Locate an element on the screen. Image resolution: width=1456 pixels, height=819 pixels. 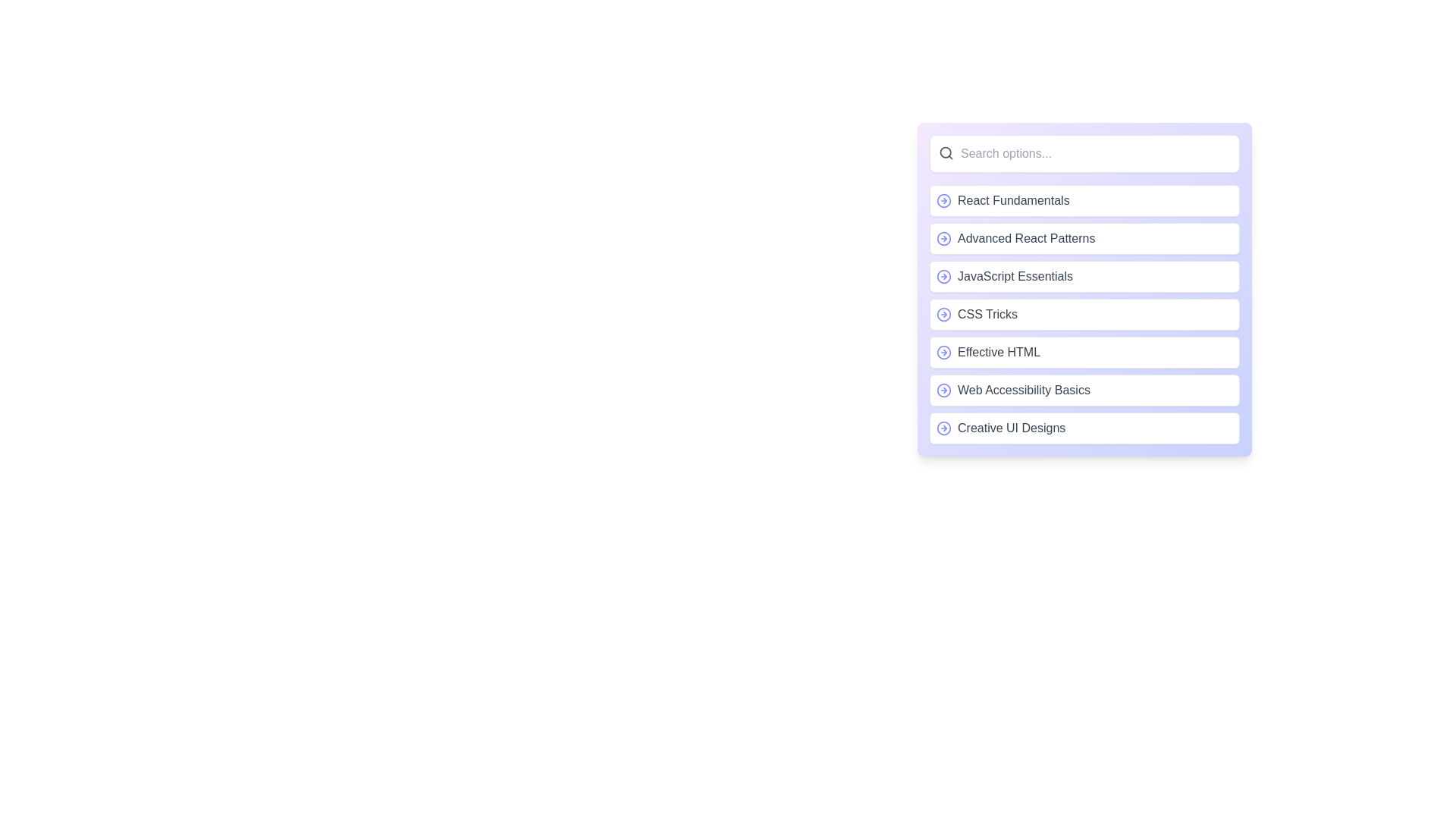
the Circle element which is part of the SVG graphic icon for the 'Creative UI Designs' list item, located to the left of the text label is located at coordinates (943, 428).